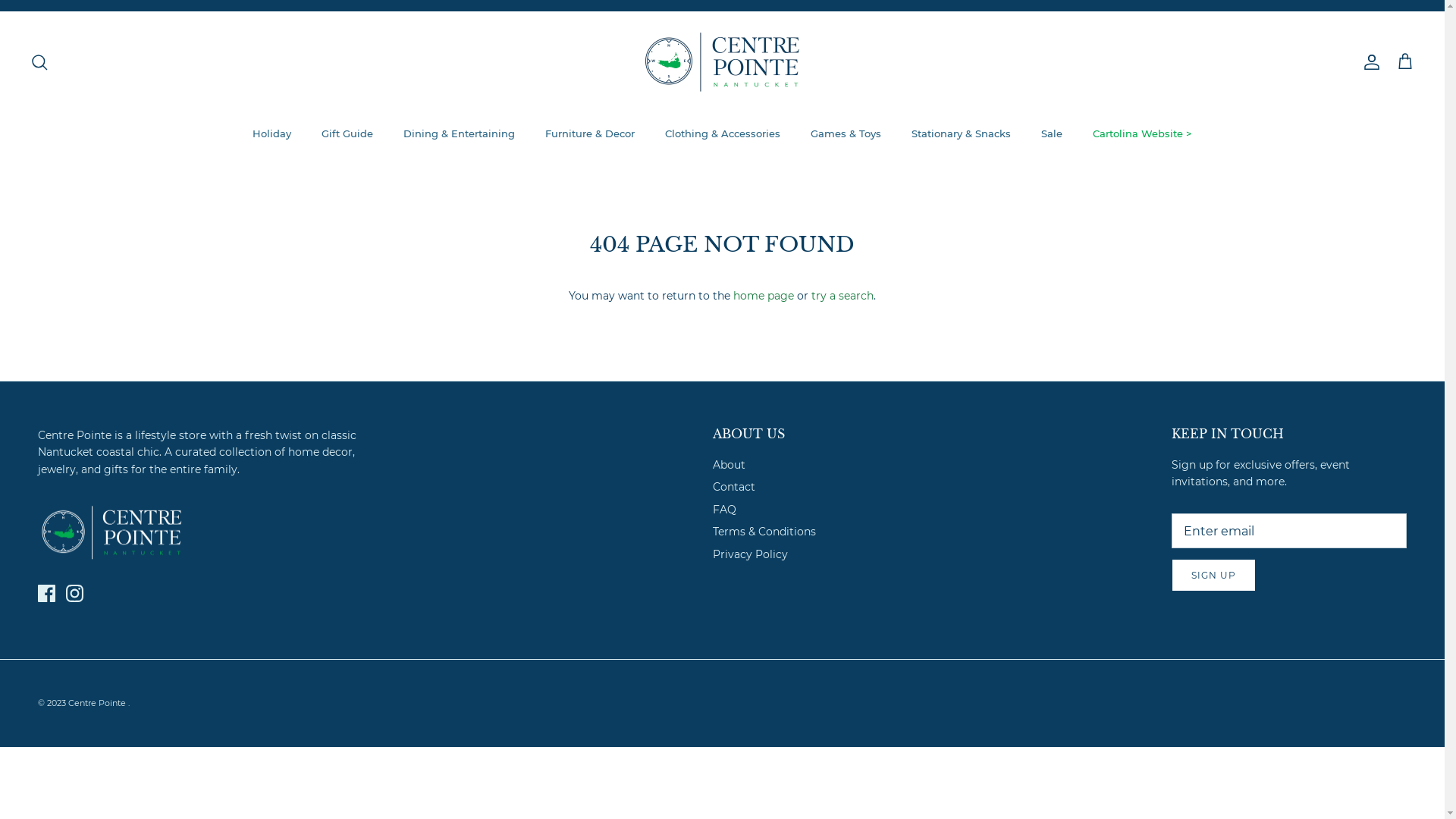 This screenshot has width=1456, height=819. Describe the element at coordinates (734, 486) in the screenshot. I see `'Contact'` at that location.